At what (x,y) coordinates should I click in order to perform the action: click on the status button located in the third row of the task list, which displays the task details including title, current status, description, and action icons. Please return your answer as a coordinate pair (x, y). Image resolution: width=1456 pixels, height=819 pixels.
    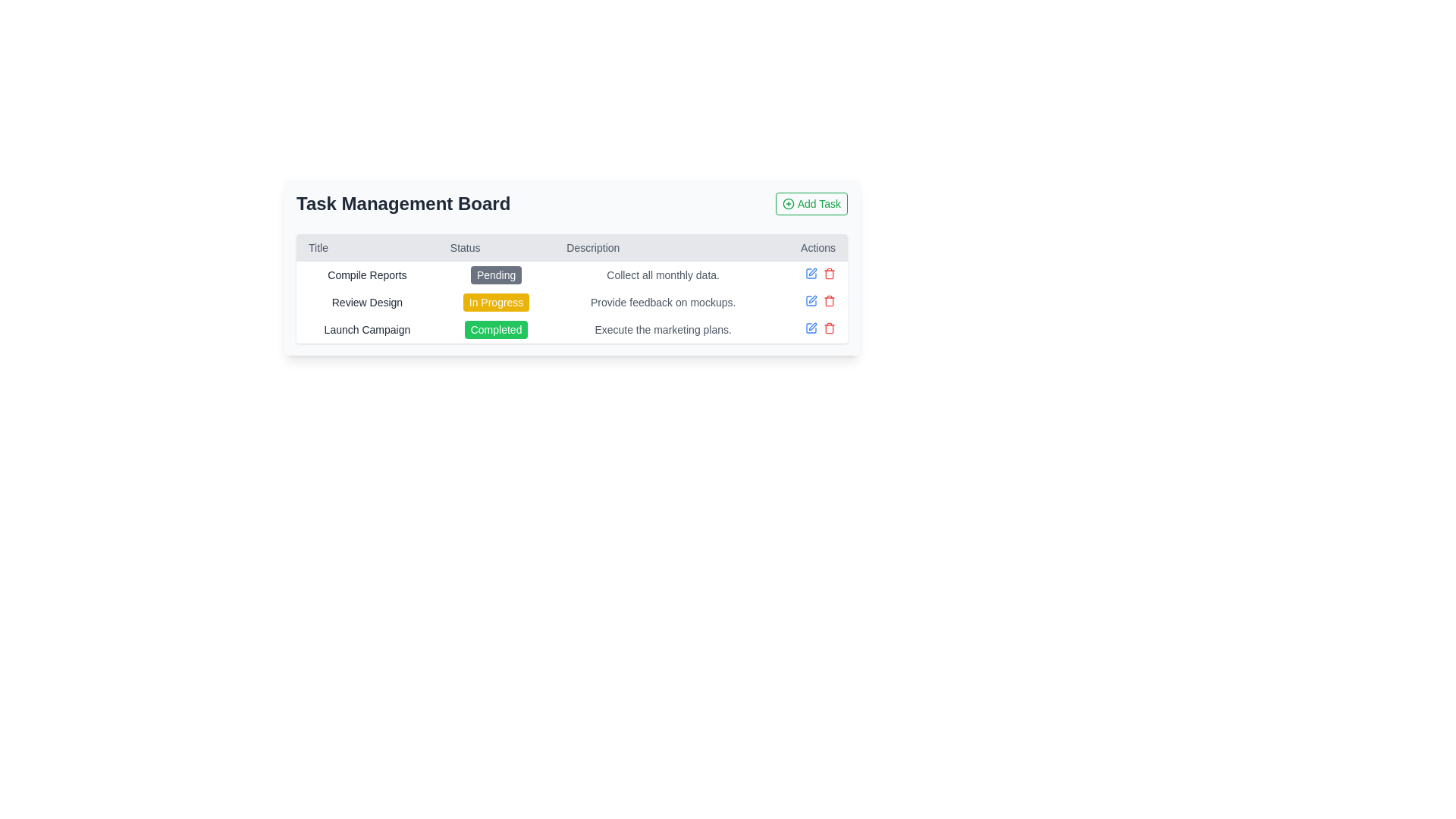
    Looking at the image, I should click on (571, 329).